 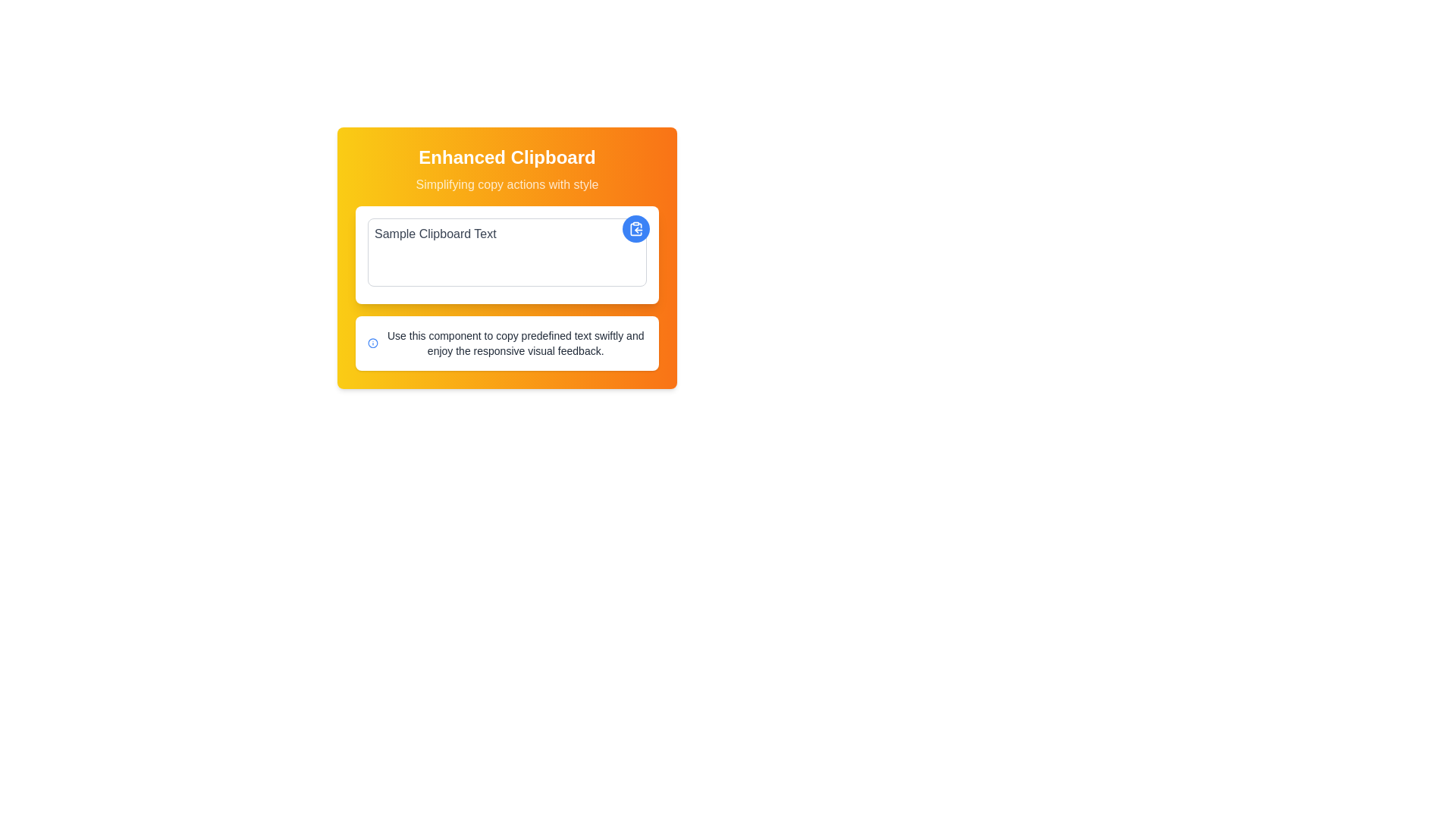 I want to click on the Text Label element displaying 'Simplifying copy actions with style', which is located beneath the header 'Enhanced Clipboard' and has a semi-transparent orange background, so click(x=507, y=184).